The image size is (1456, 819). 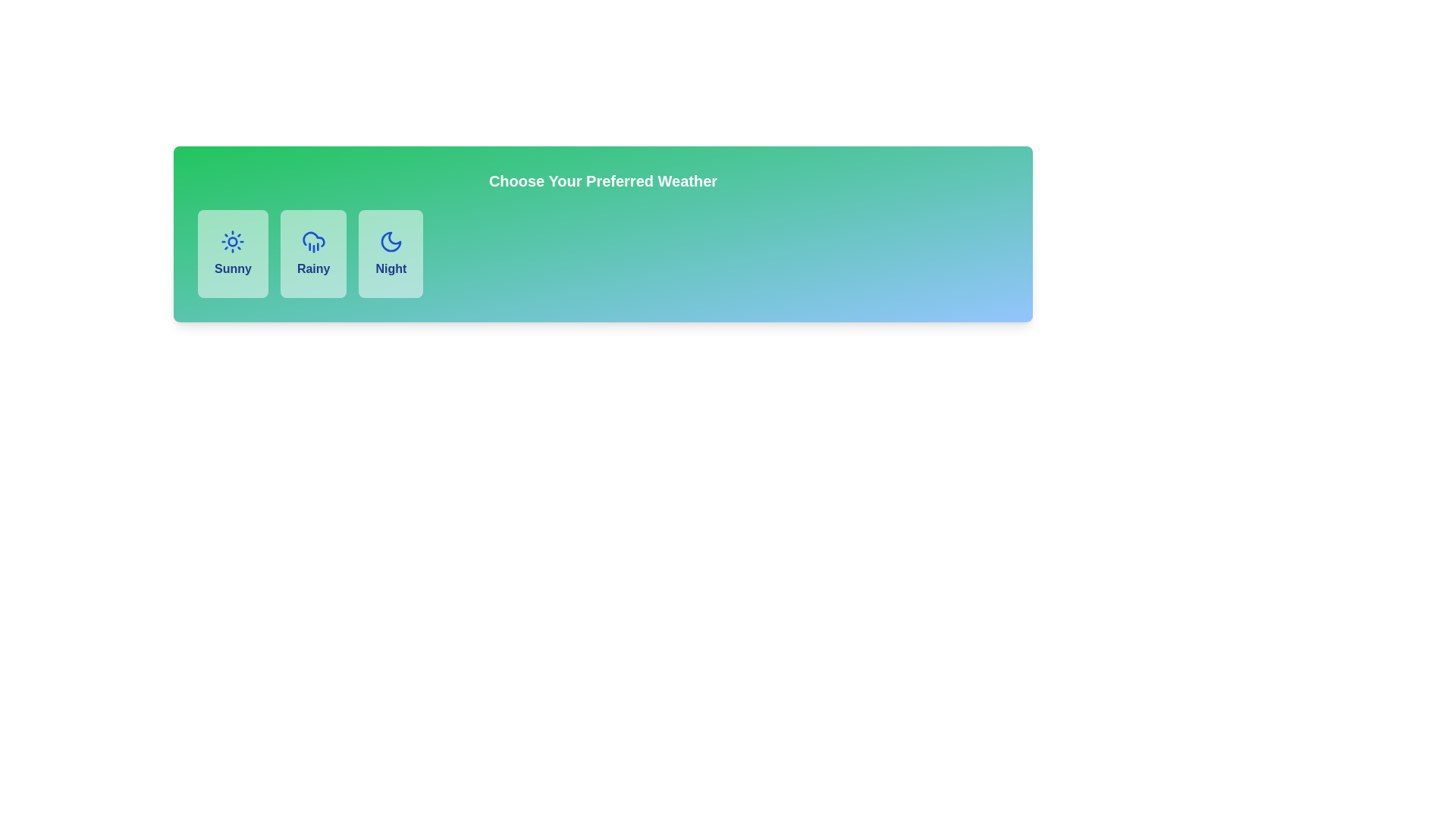 What do you see at coordinates (312, 239) in the screenshot?
I see `the cloud icon representing the 'Rainy' weather condition in the weather selection card` at bounding box center [312, 239].